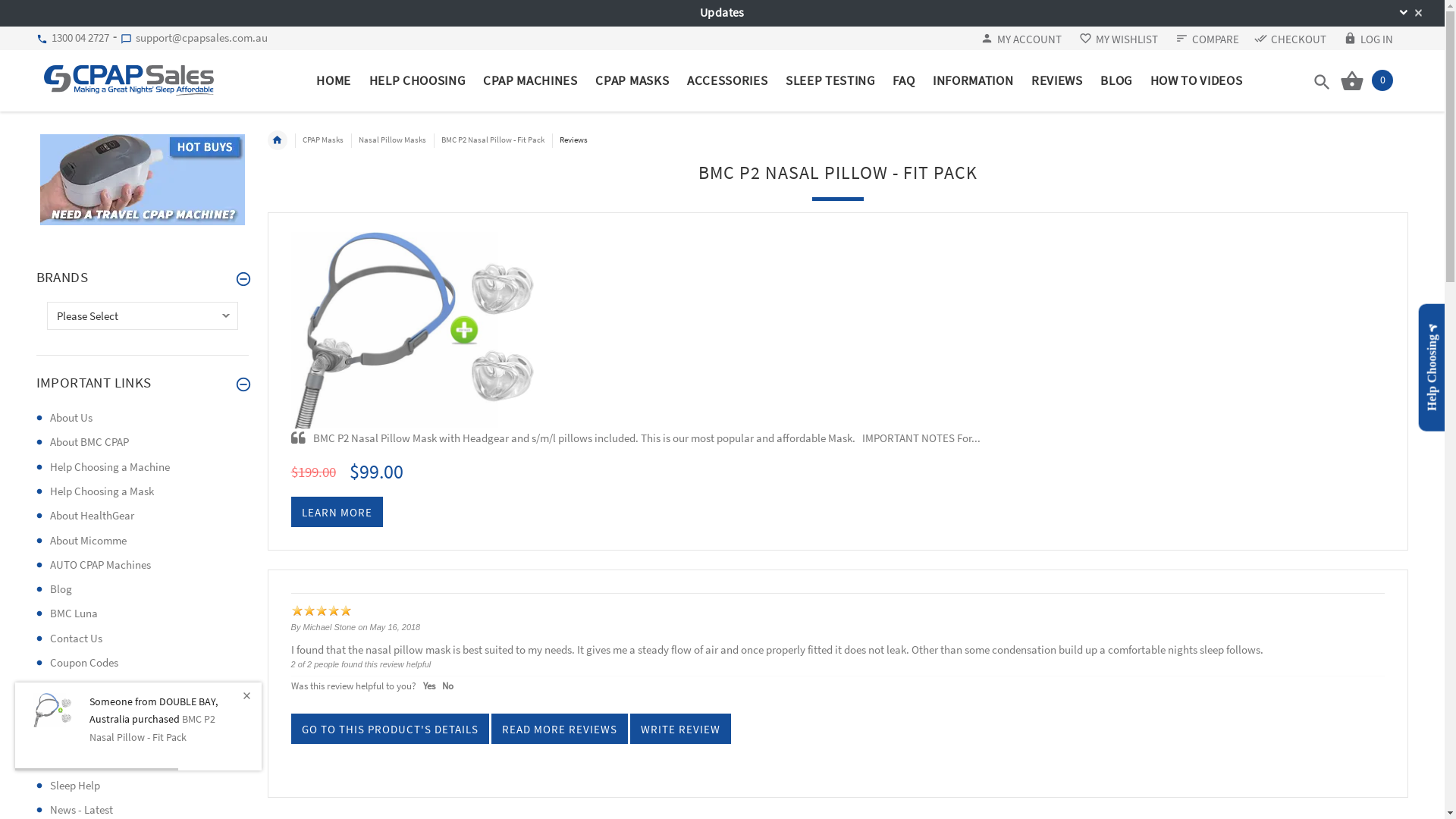 The width and height of the screenshot is (1456, 819). I want to click on 'AUTO CPAP Machines', so click(99, 564).